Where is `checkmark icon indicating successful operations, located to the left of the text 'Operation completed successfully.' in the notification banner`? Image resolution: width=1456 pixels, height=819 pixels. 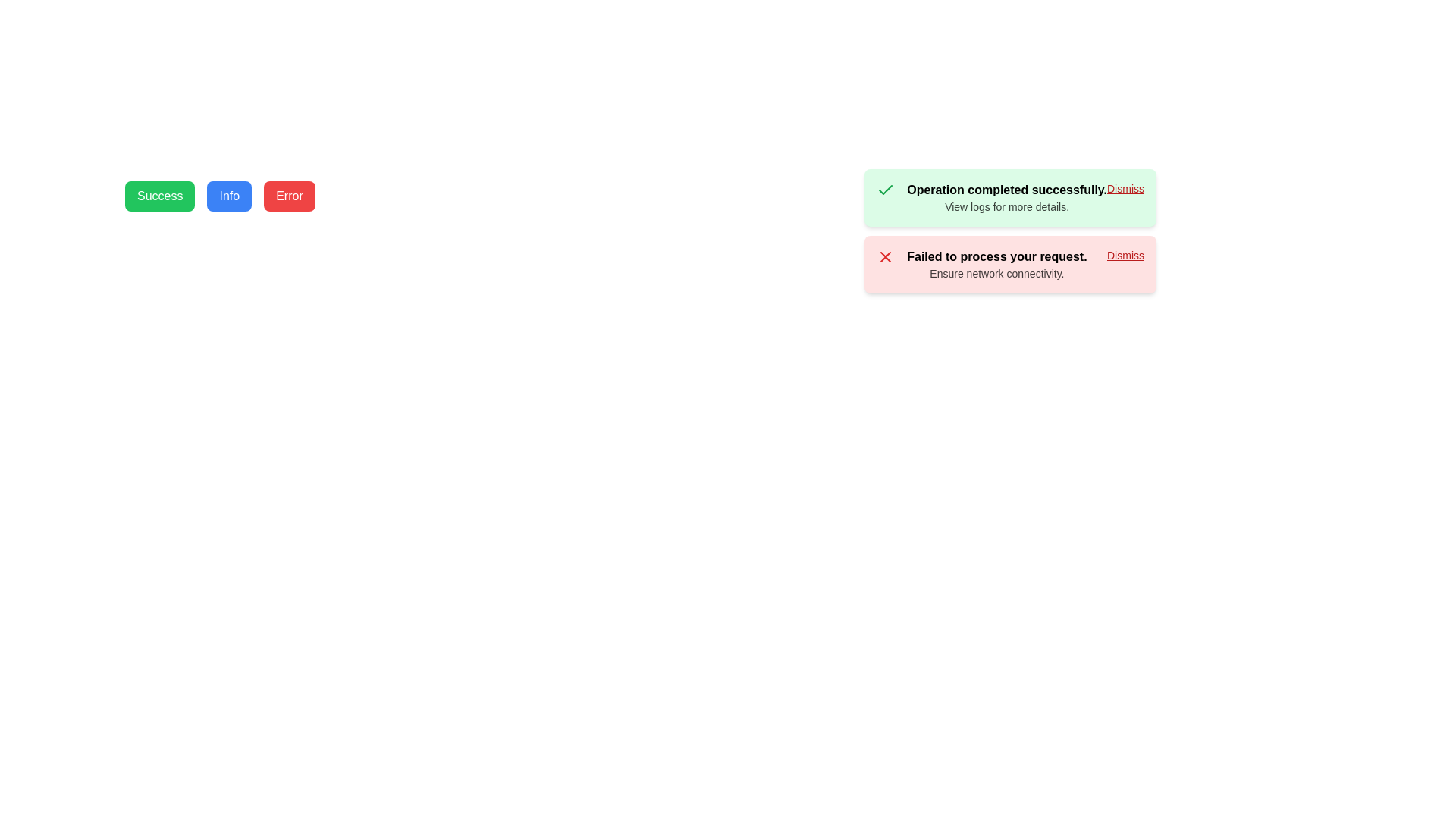 checkmark icon indicating successful operations, located to the left of the text 'Operation completed successfully.' in the notification banner is located at coordinates (886, 189).